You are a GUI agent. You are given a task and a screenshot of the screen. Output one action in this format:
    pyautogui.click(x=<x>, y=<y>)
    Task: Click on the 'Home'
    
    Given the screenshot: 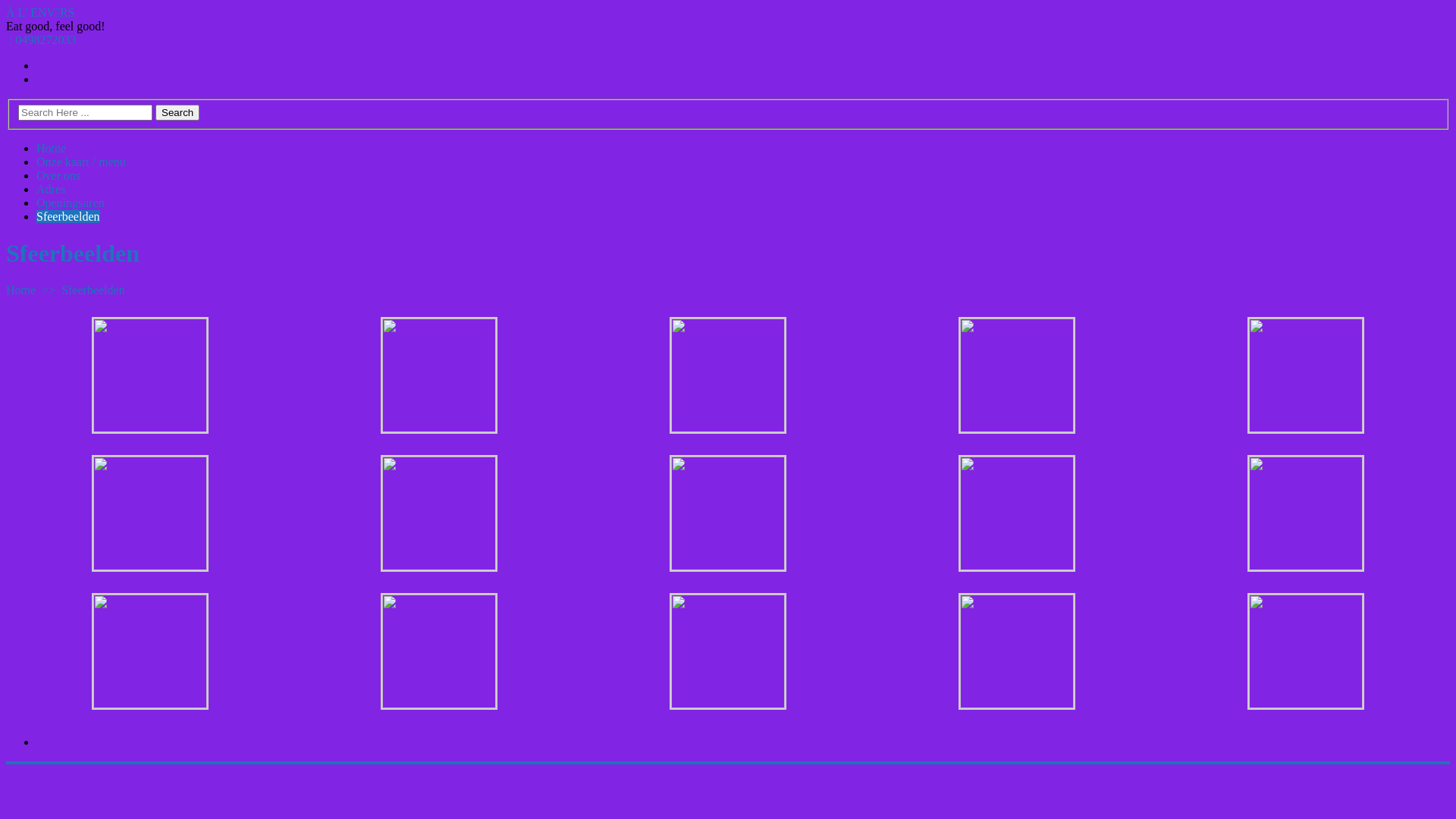 What is the action you would take?
    pyautogui.click(x=36, y=148)
    